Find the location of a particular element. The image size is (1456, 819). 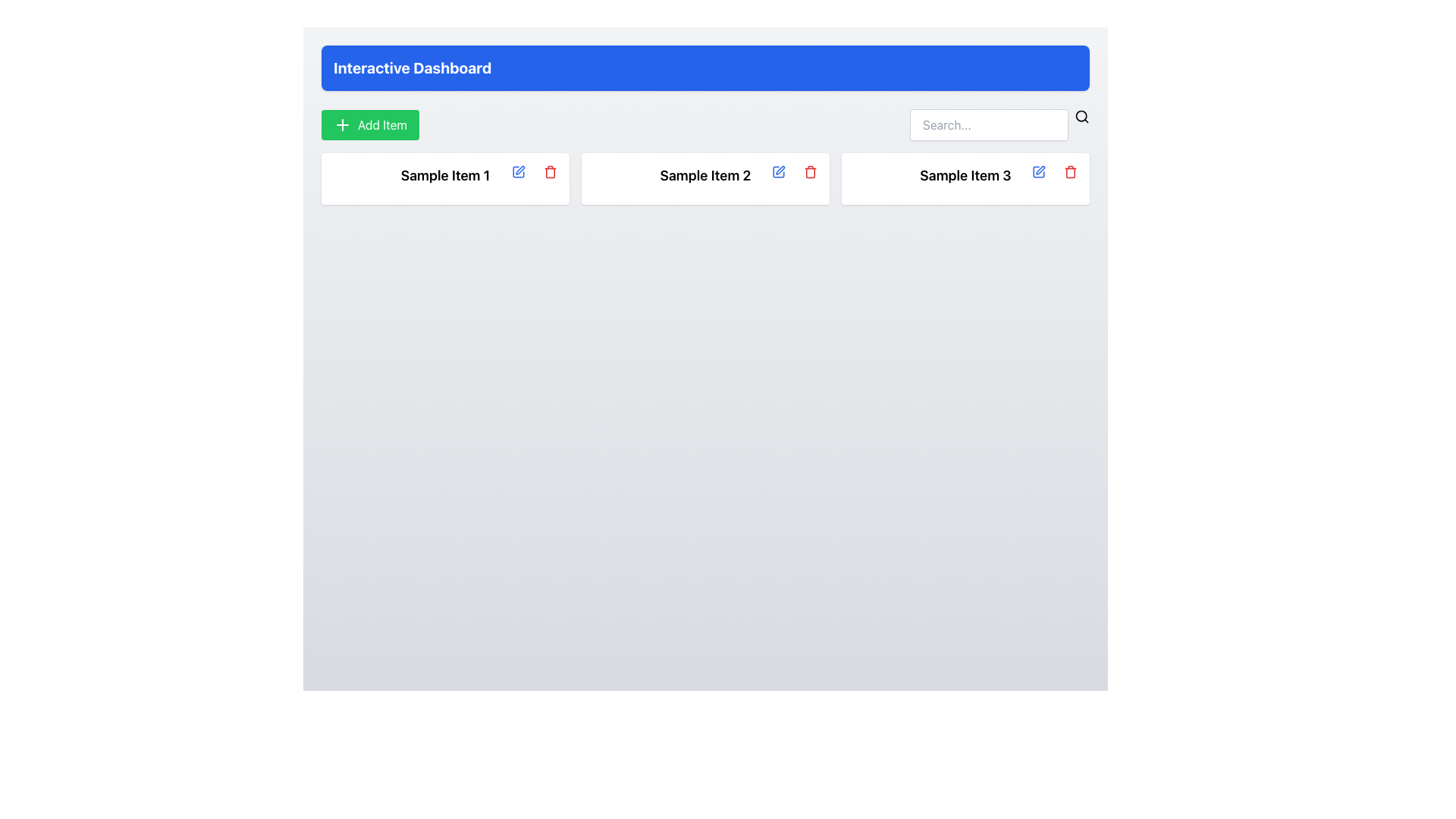

the trash can icon, which is red and minimalistic, located next to the editing pencil icon in the horizontal list of controls for 'Sample Item 3' is located at coordinates (1069, 171).